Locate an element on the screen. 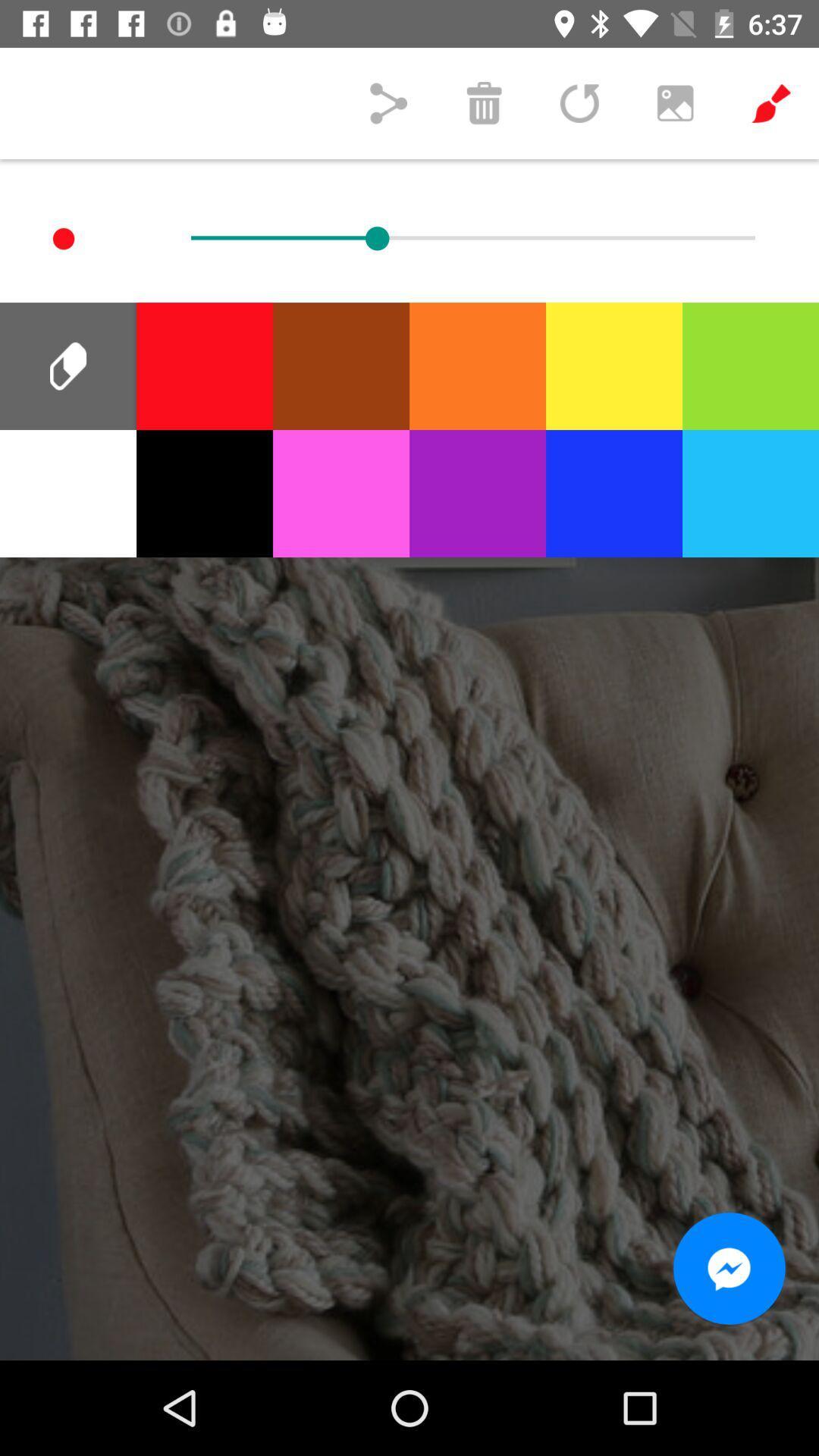  the chat icon is located at coordinates (728, 1269).